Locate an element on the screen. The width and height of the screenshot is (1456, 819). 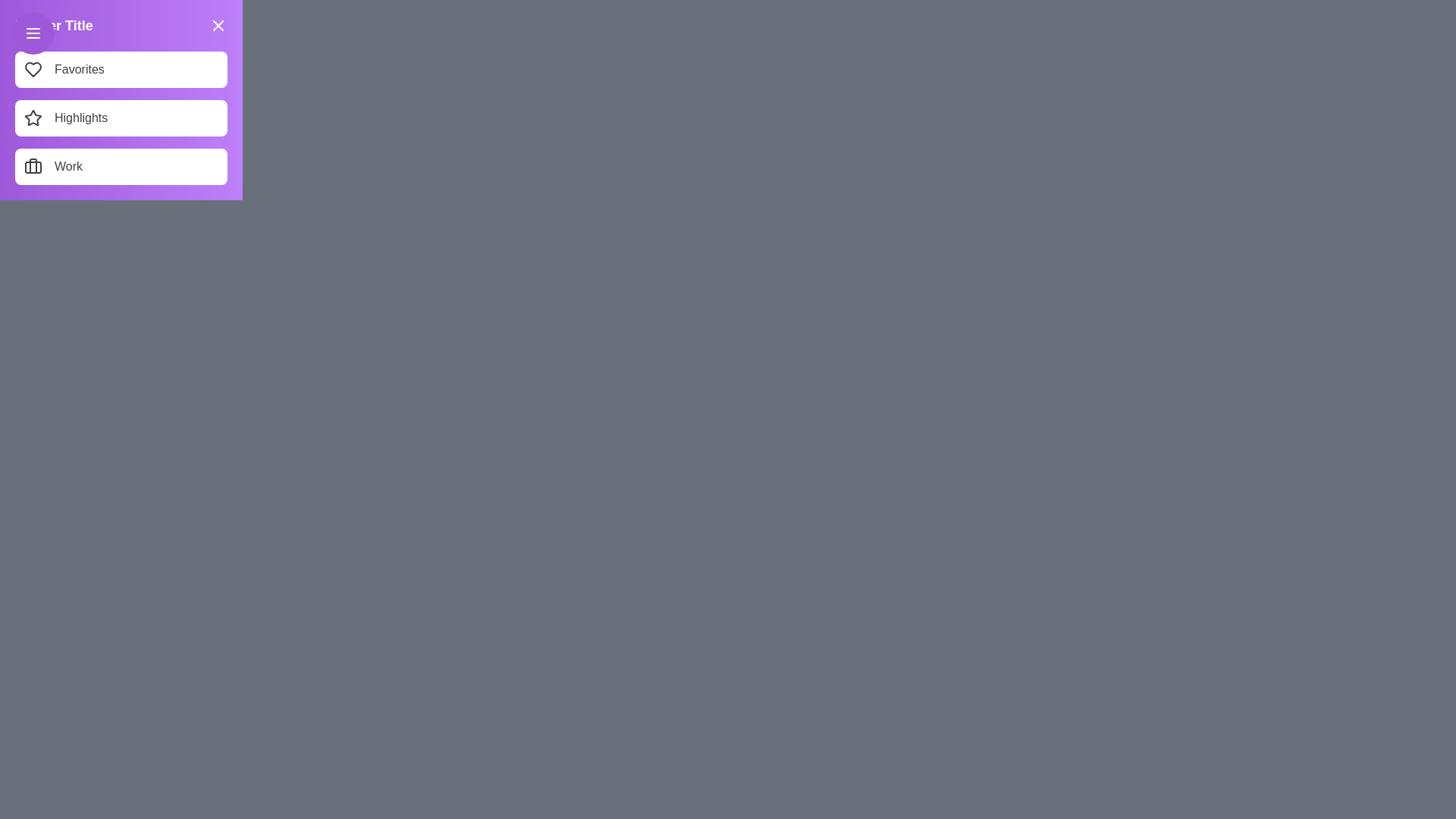
the star-shaped icon located in the Highlights menu, which is the second icon in the vertical stack under 'Favorites' and above 'Work' is located at coordinates (33, 117).